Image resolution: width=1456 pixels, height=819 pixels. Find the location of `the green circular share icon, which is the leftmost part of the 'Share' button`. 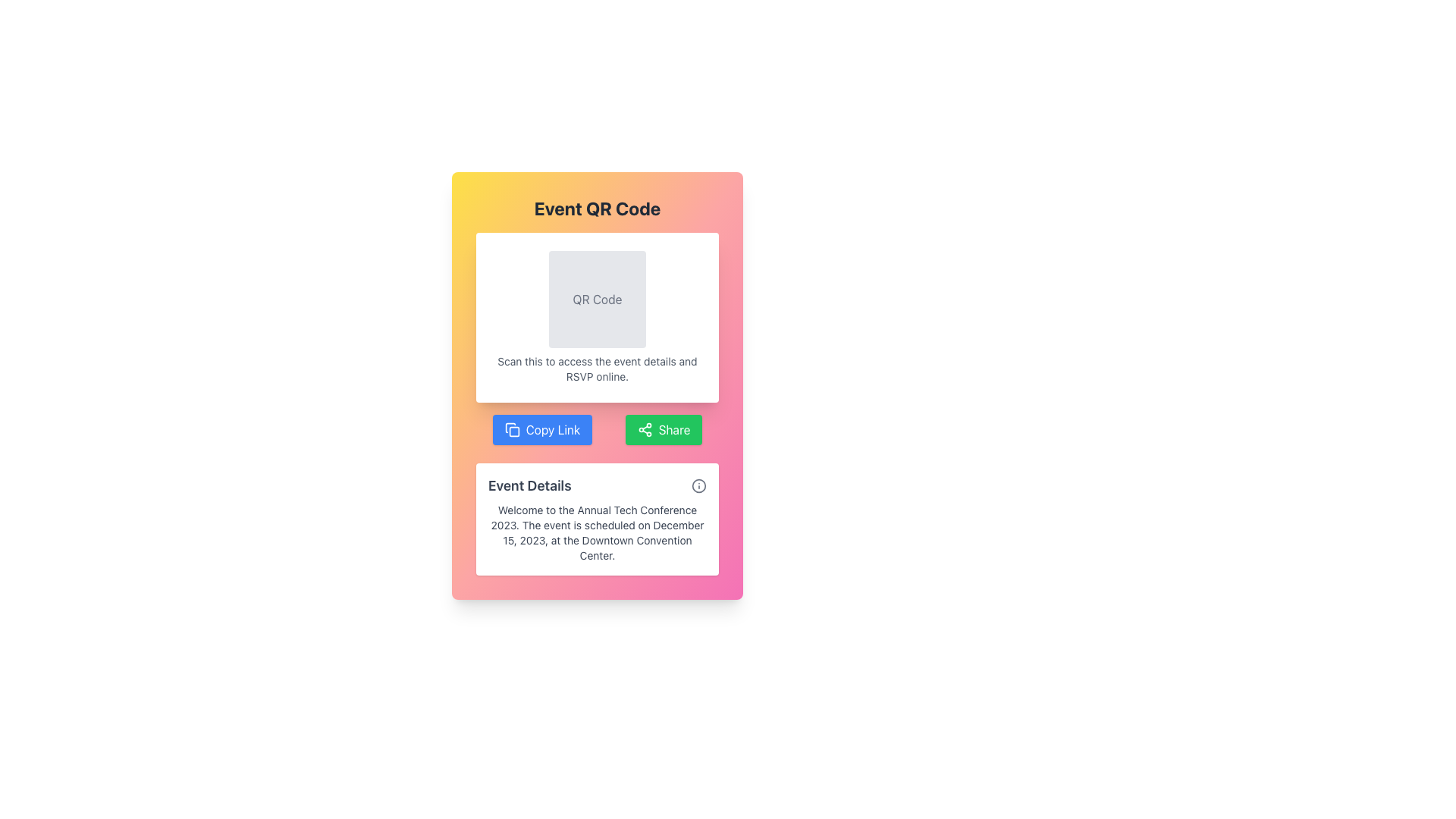

the green circular share icon, which is the leftmost part of the 'Share' button is located at coordinates (645, 430).